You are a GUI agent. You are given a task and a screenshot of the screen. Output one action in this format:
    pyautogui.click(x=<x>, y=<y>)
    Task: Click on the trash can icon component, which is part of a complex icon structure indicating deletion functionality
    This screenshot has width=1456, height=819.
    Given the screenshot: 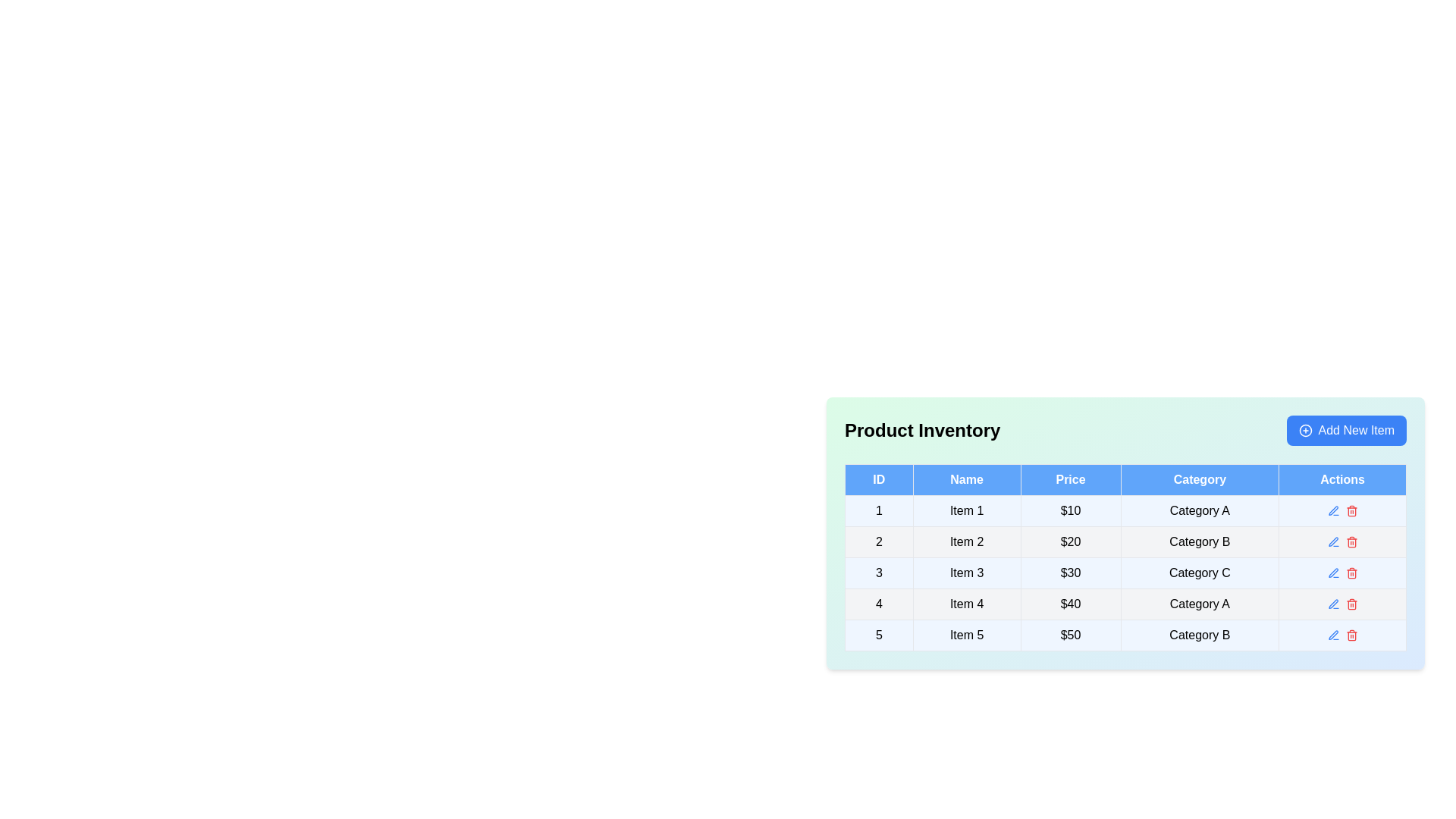 What is the action you would take?
    pyautogui.click(x=1351, y=542)
    